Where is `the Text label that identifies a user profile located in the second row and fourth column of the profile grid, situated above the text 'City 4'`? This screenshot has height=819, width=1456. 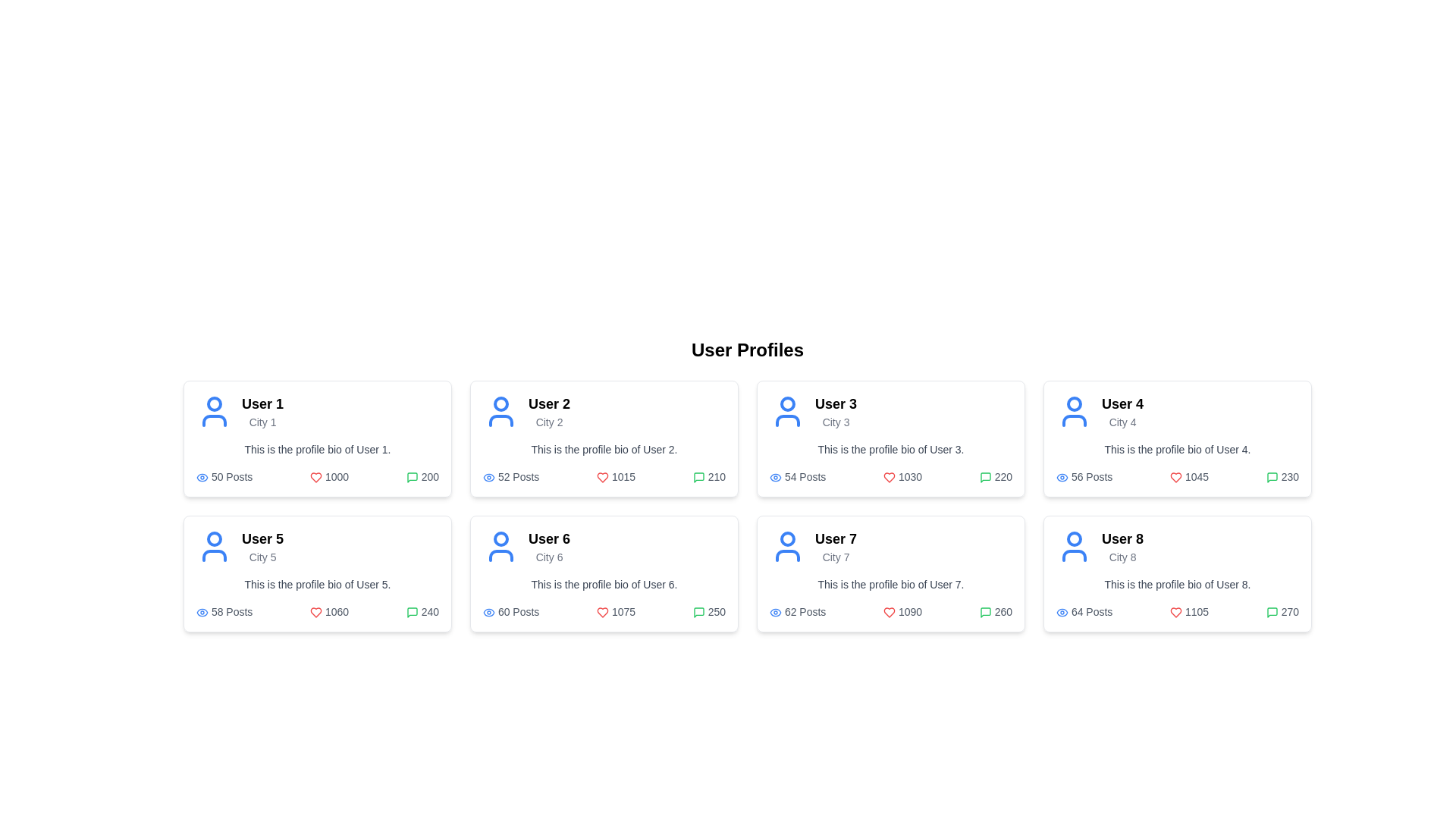
the Text label that identifies a user profile located in the second row and fourth column of the profile grid, situated above the text 'City 4' is located at coordinates (1122, 403).